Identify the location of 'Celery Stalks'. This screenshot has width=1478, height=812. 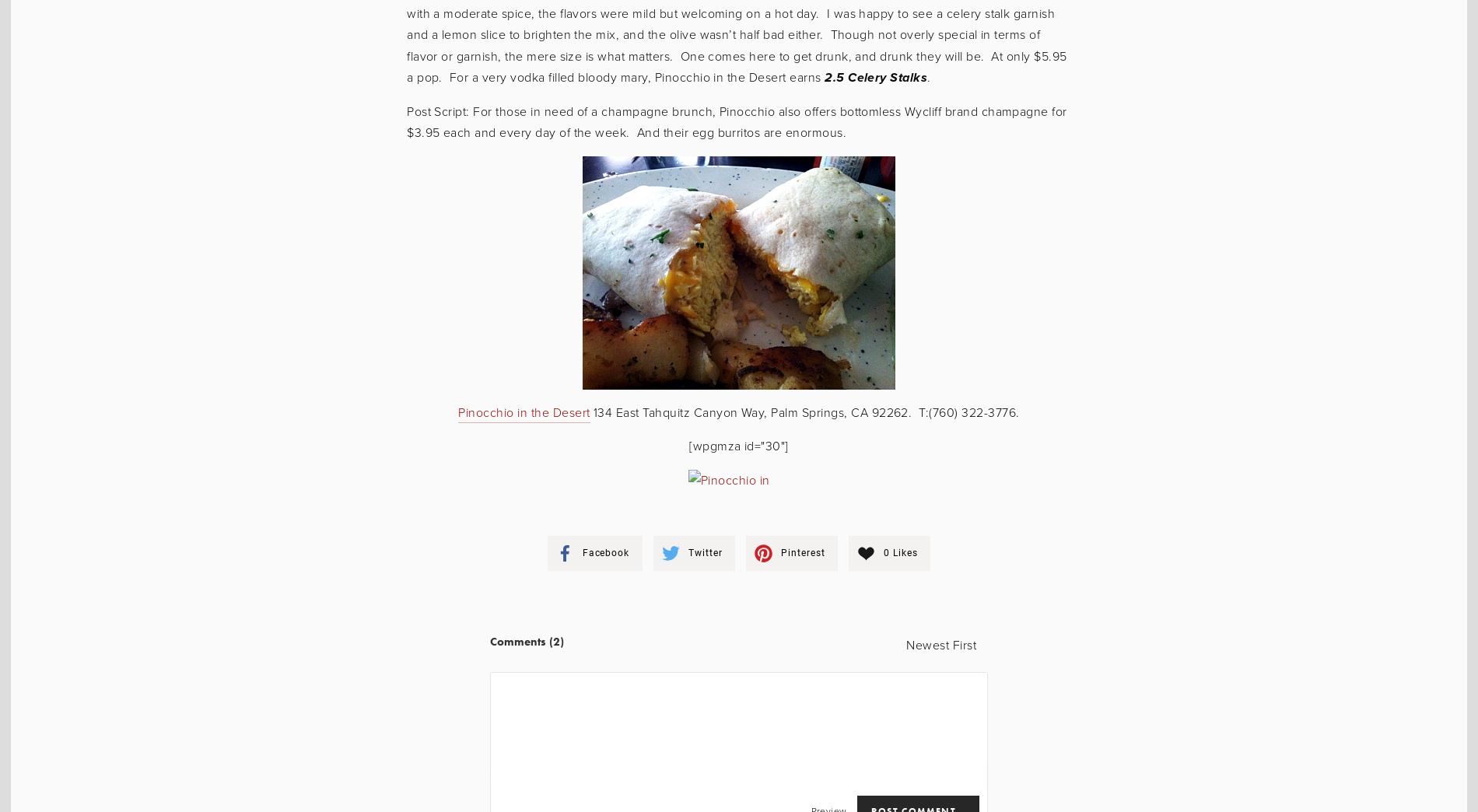
(885, 77).